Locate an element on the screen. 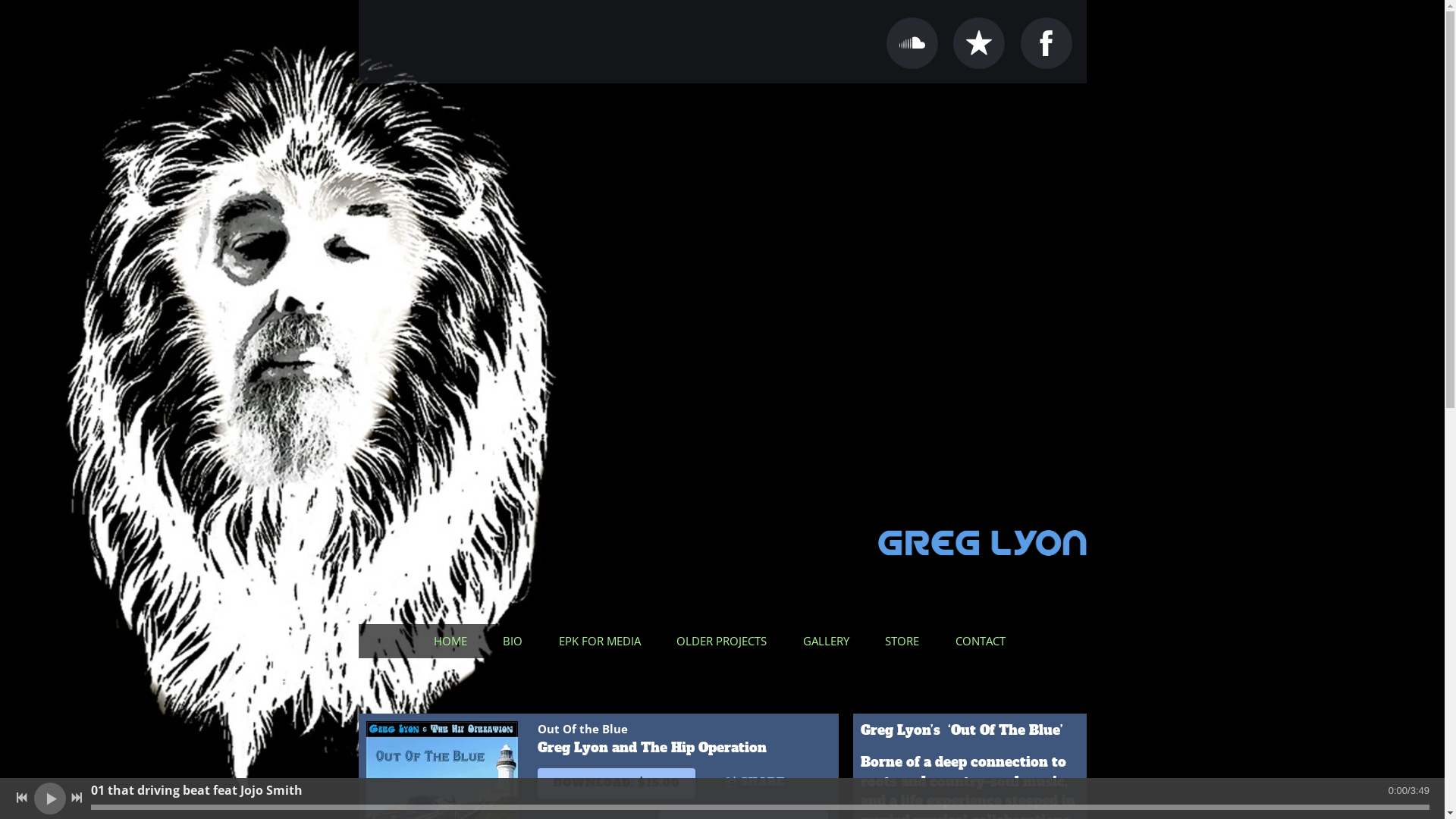  'HOME' is located at coordinates (422, 641).